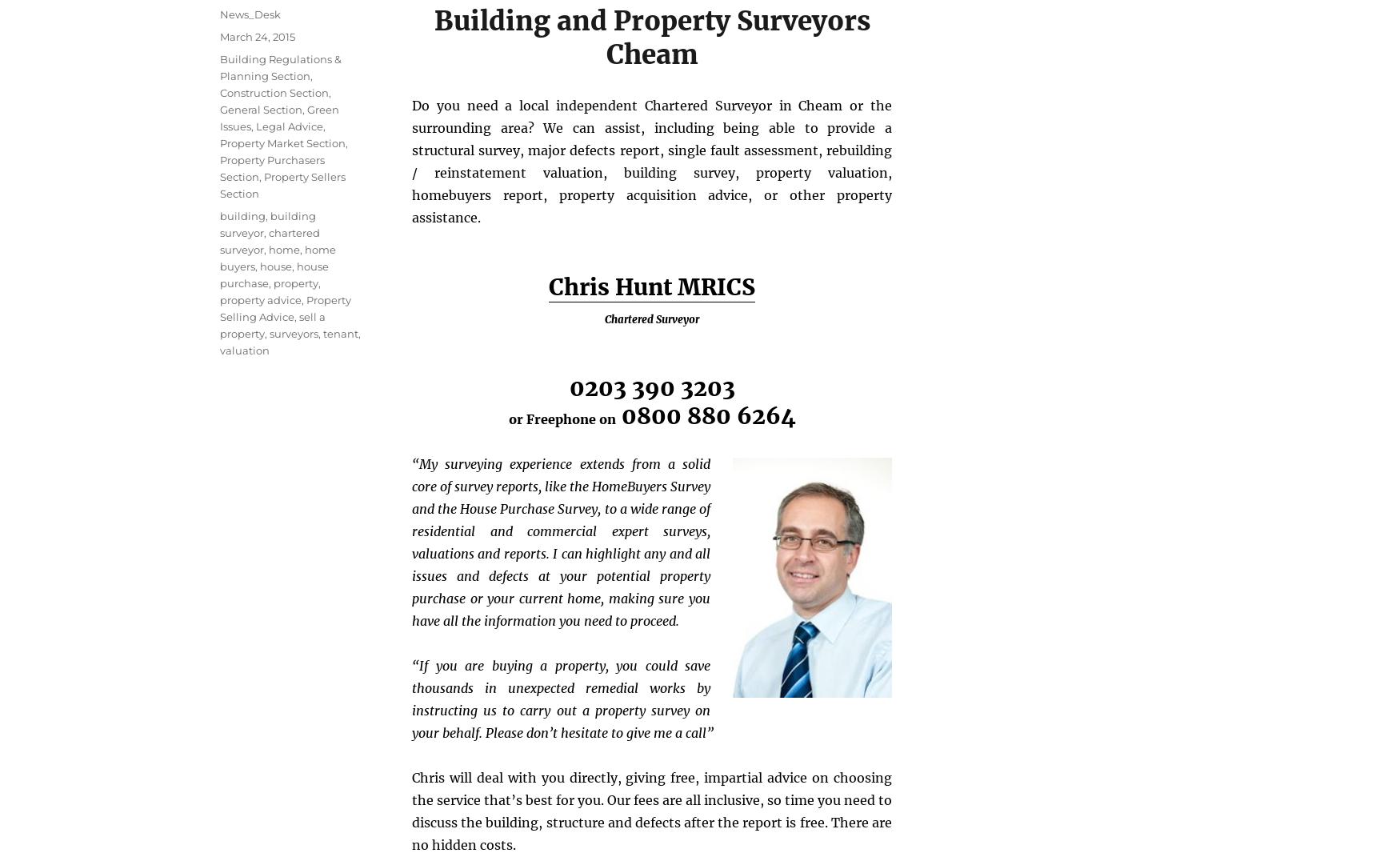 The height and width of the screenshot is (857, 1400). Describe the element at coordinates (651, 286) in the screenshot. I see `'Chris Hunt MRICS'` at that location.